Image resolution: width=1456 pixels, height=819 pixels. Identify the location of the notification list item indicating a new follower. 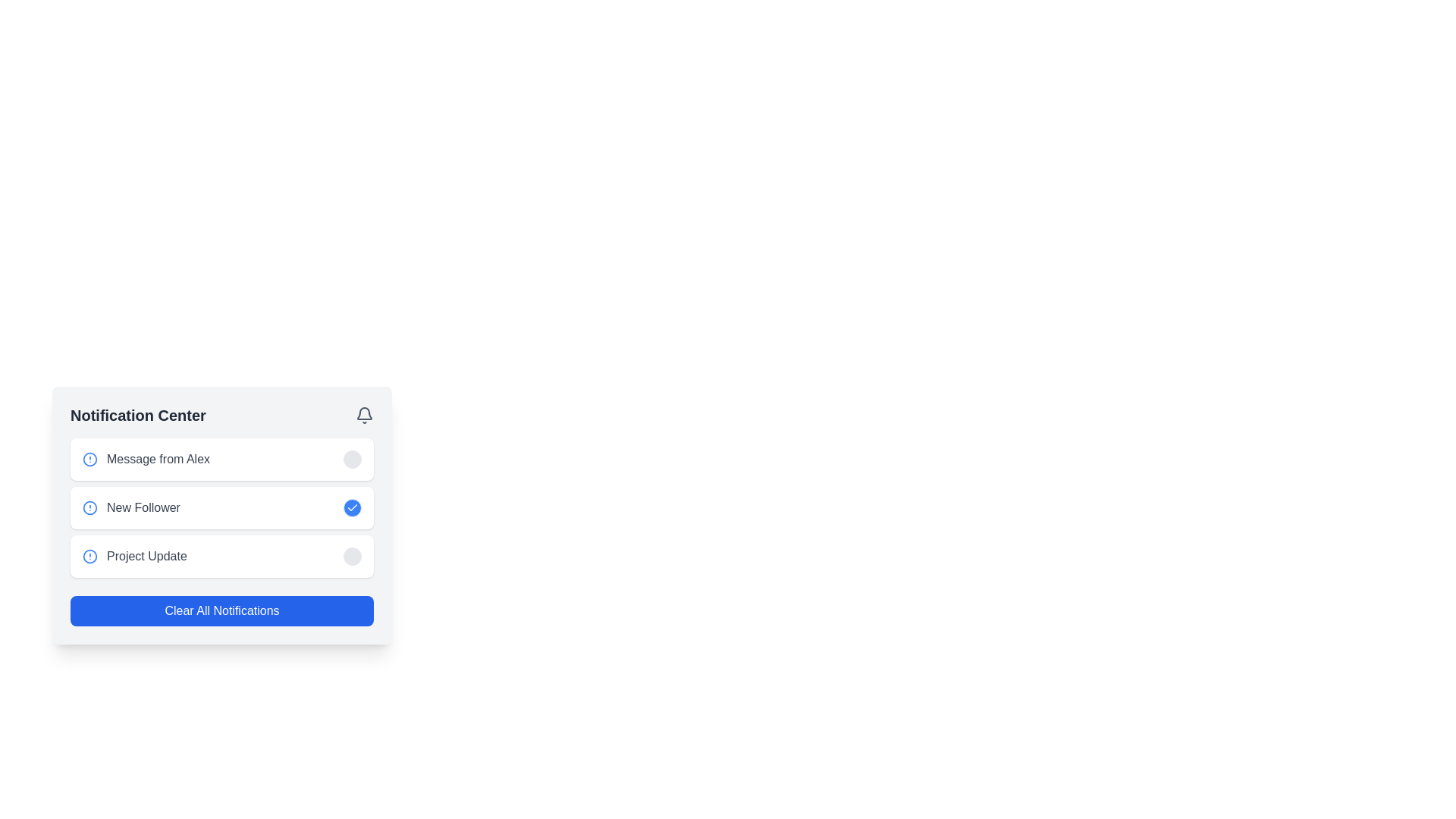
(221, 508).